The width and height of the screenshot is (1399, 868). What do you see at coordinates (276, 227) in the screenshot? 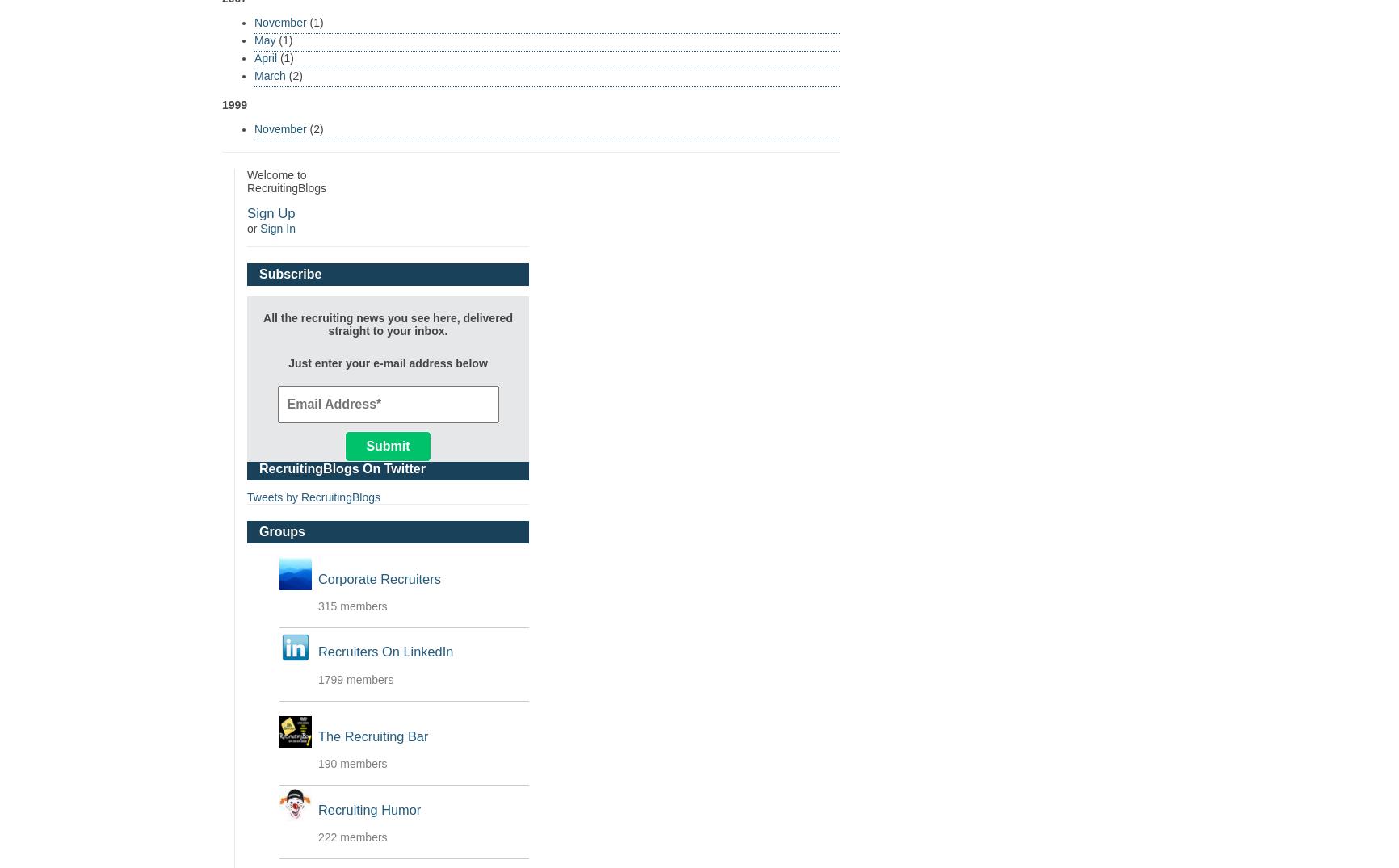
I see `'Sign In'` at bounding box center [276, 227].